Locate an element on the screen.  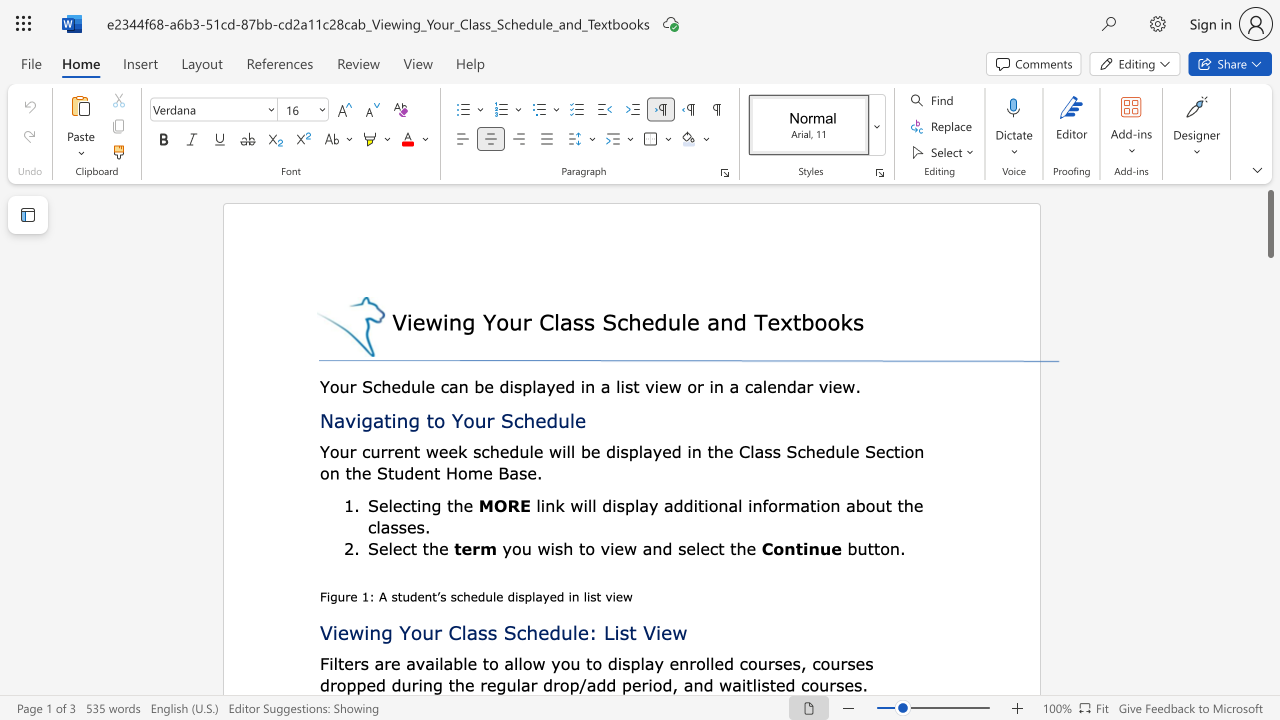
the scrollbar to scroll downward is located at coordinates (1269, 290).